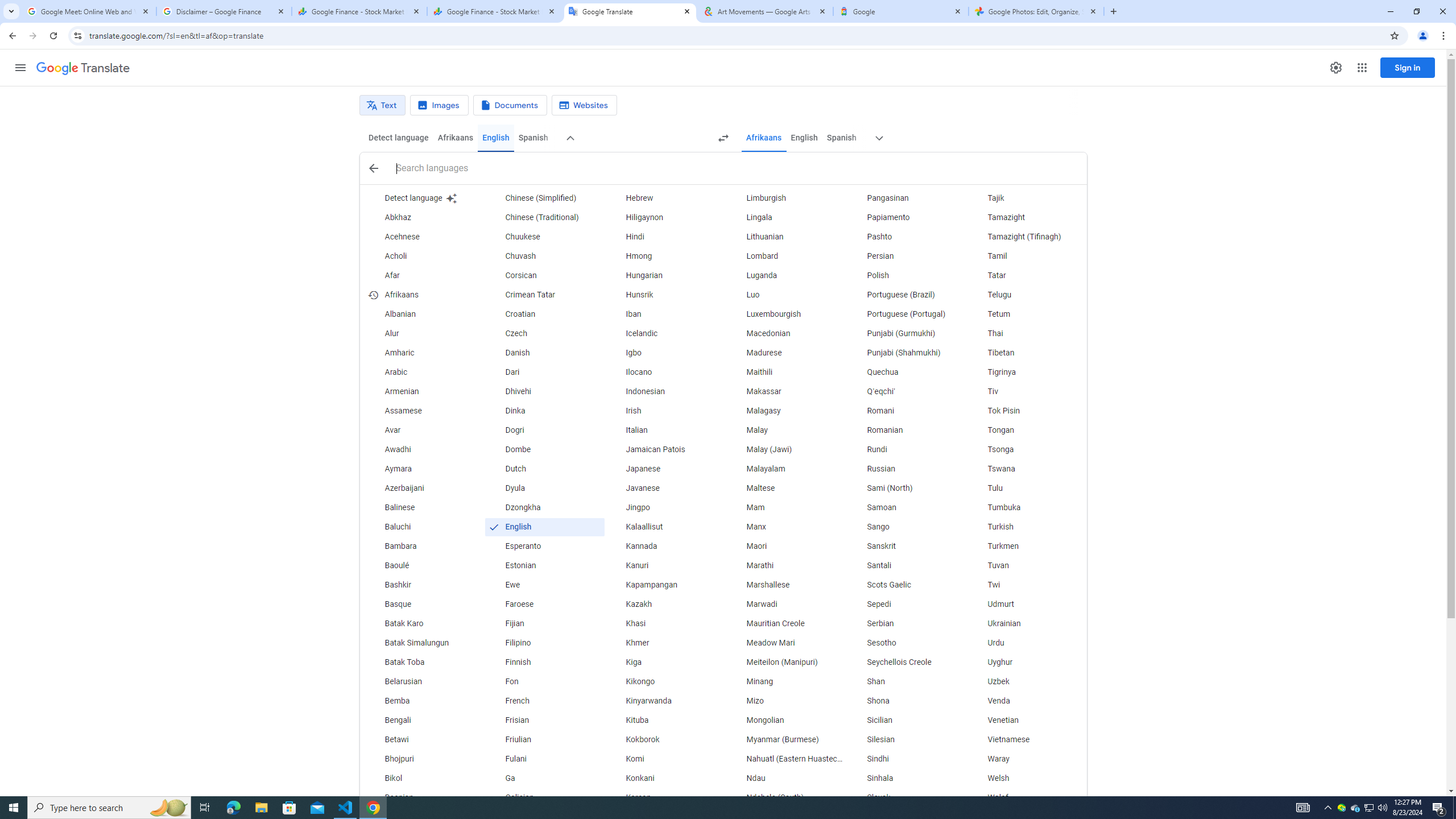 This screenshot has width=1456, height=819. What do you see at coordinates (1025, 295) in the screenshot?
I see `'Telugu'` at bounding box center [1025, 295].